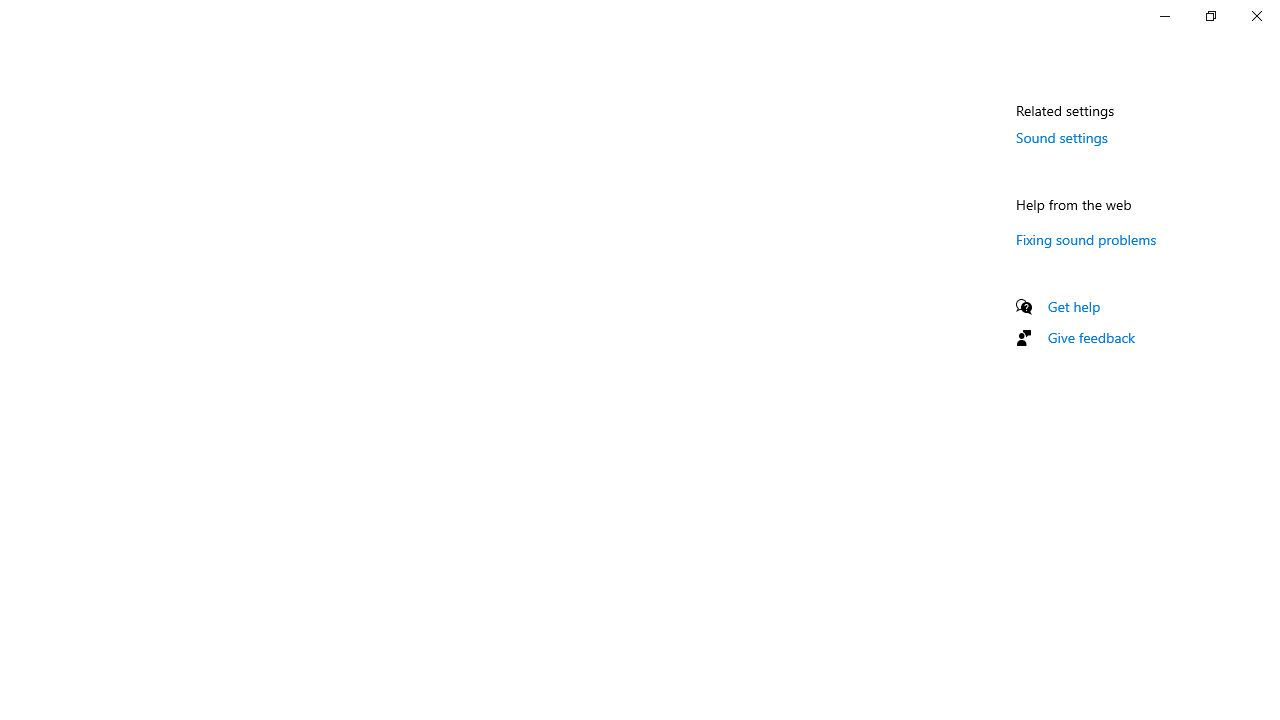 The height and width of the screenshot is (720, 1280). Describe the element at coordinates (1209, 15) in the screenshot. I see `'Restore Settings'` at that location.